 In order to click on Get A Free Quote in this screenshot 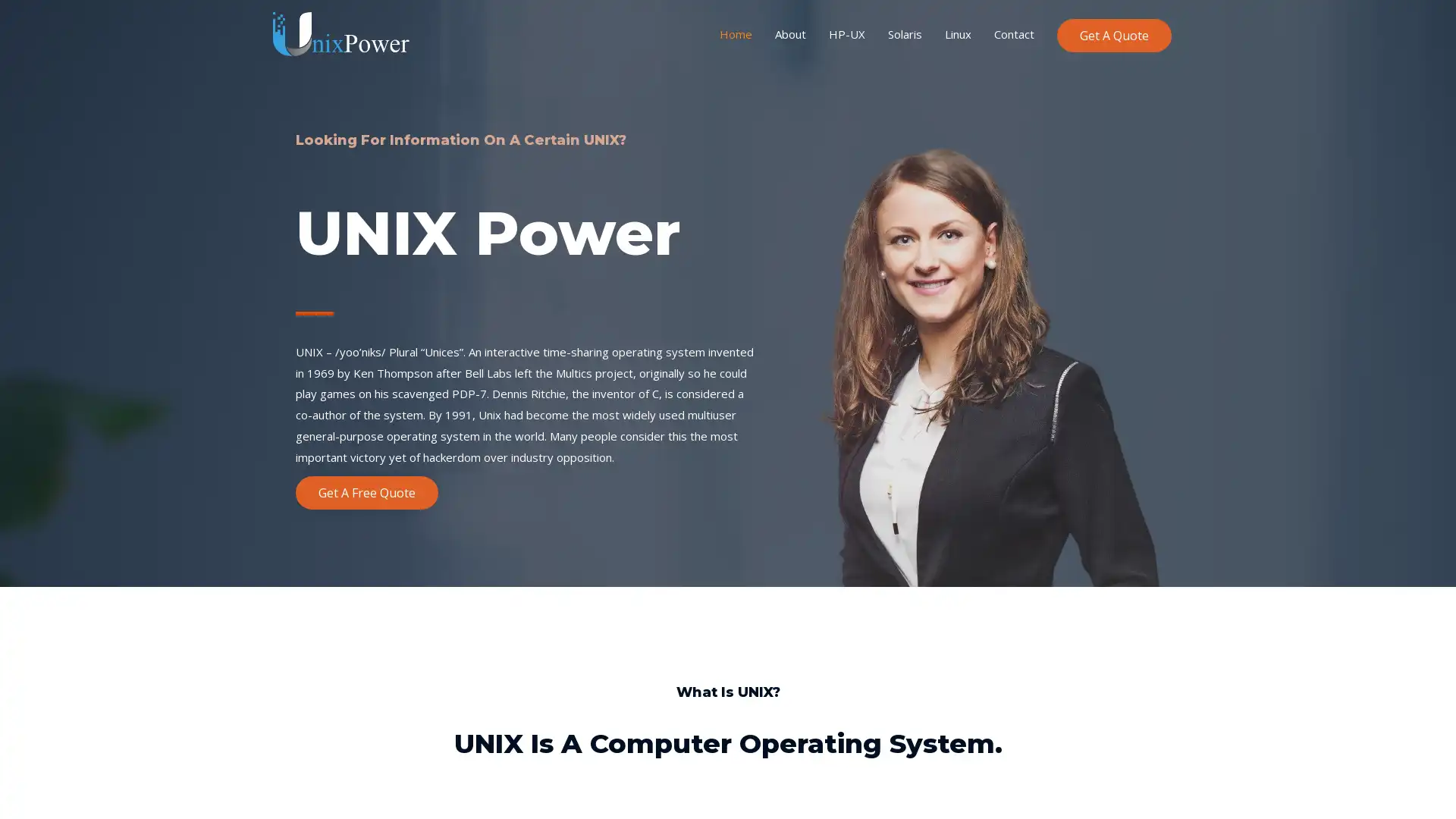, I will do `click(367, 491)`.